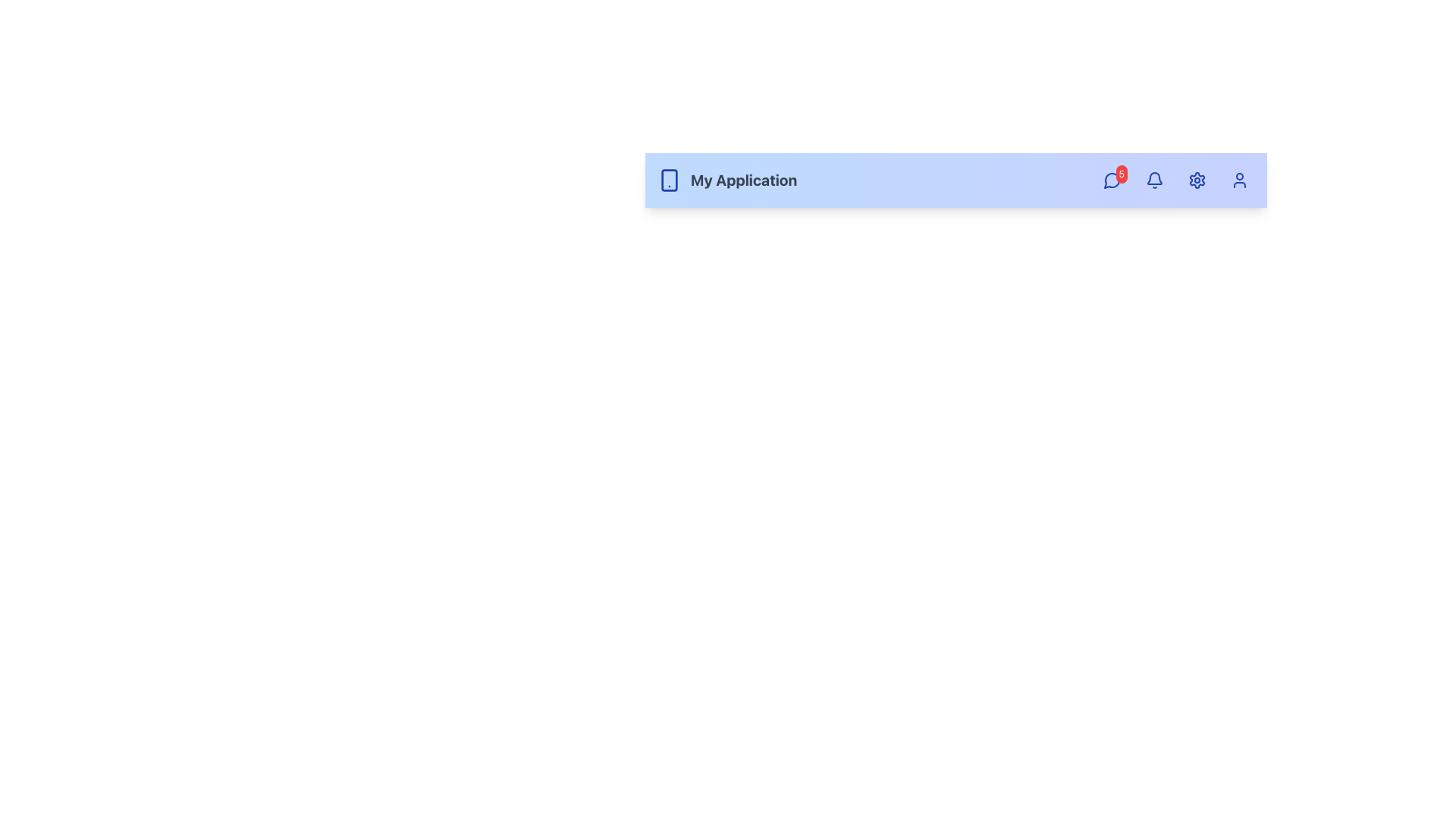 The image size is (1456, 819). What do you see at coordinates (1197, 180) in the screenshot?
I see `the icon button for settings located as the third item from the right` at bounding box center [1197, 180].